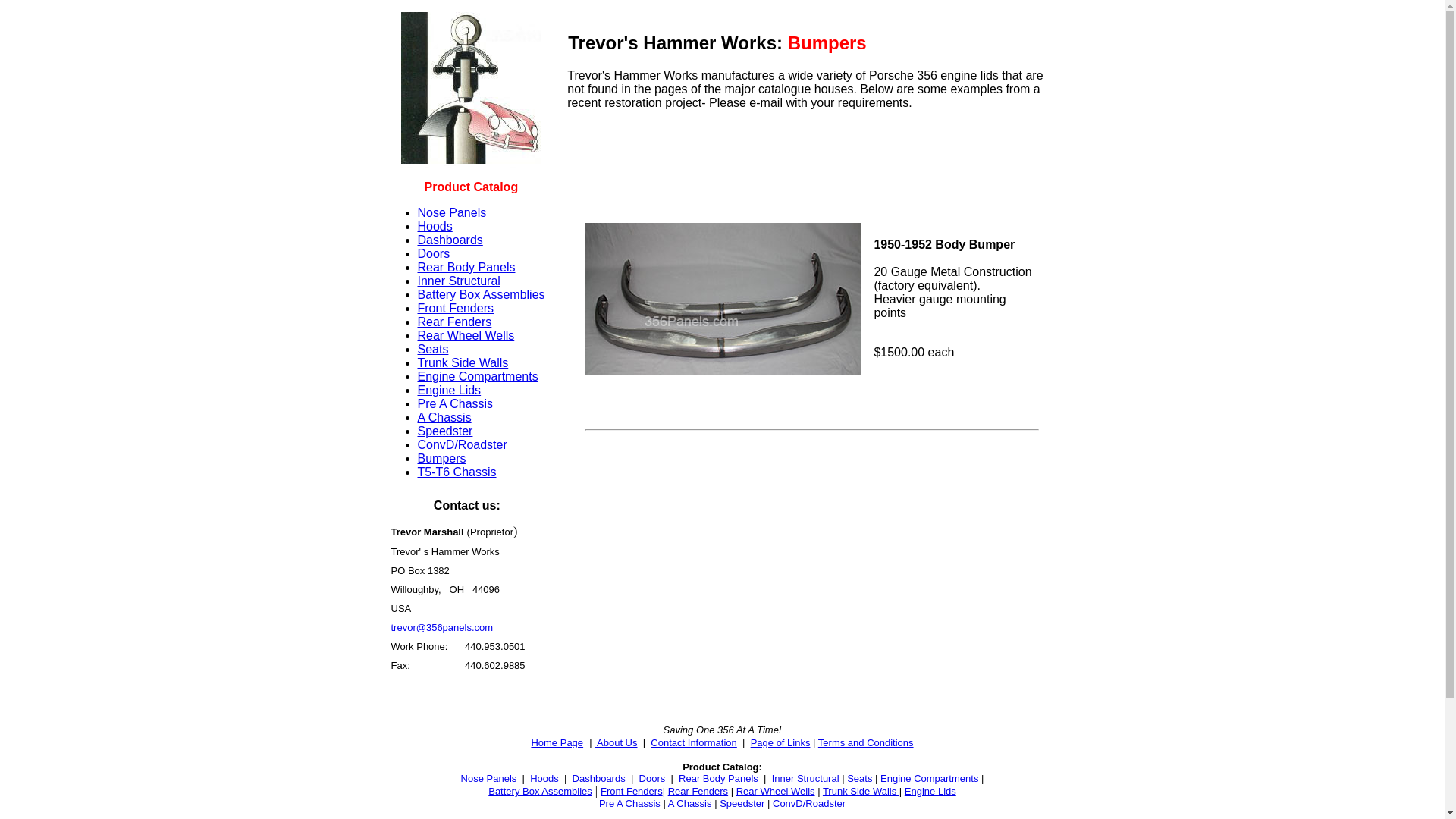 This screenshot has height=819, width=1456. What do you see at coordinates (488, 778) in the screenshot?
I see `'Nose Panels'` at bounding box center [488, 778].